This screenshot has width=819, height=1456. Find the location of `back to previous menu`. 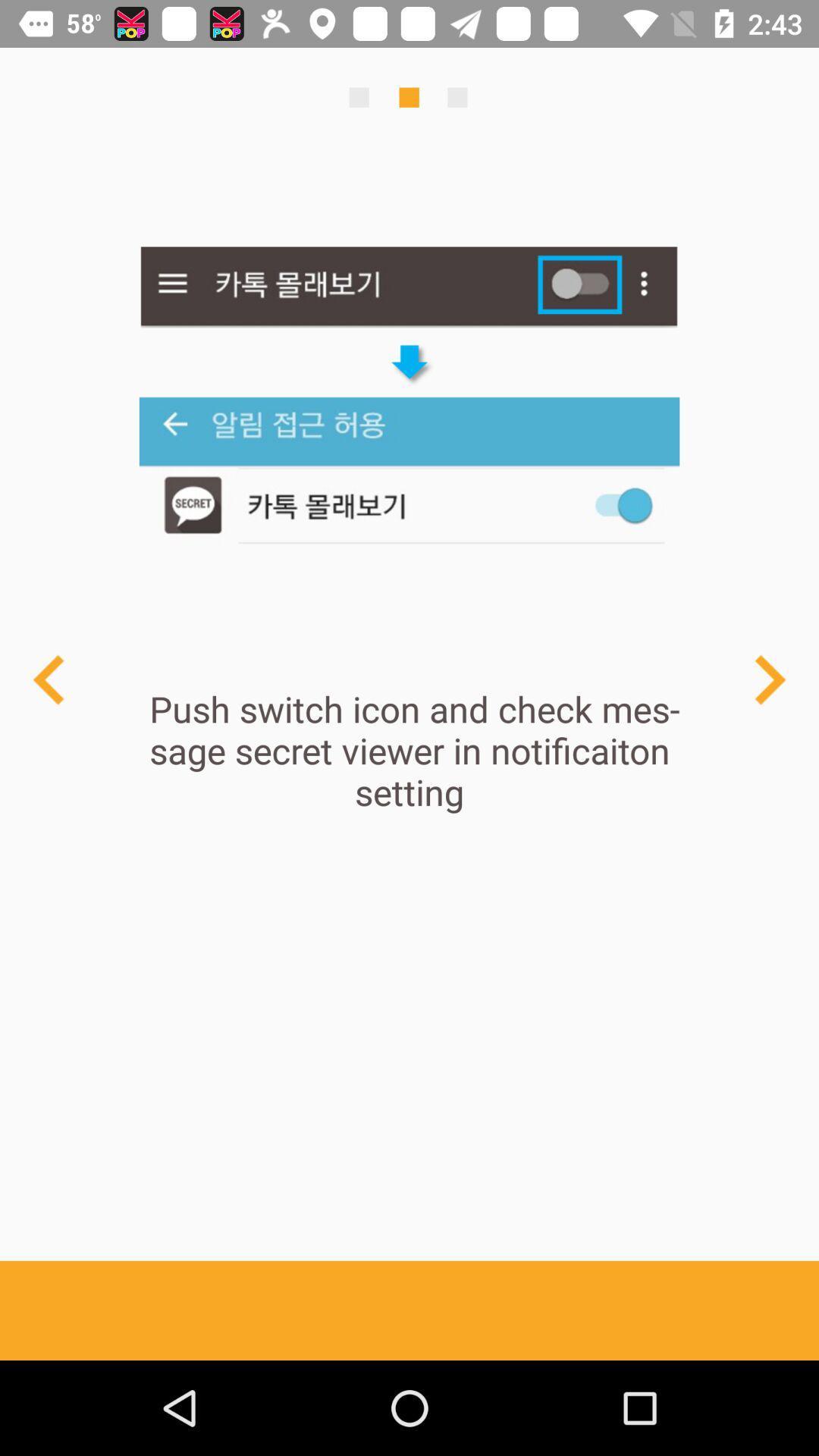

back to previous menu is located at coordinates (49, 679).